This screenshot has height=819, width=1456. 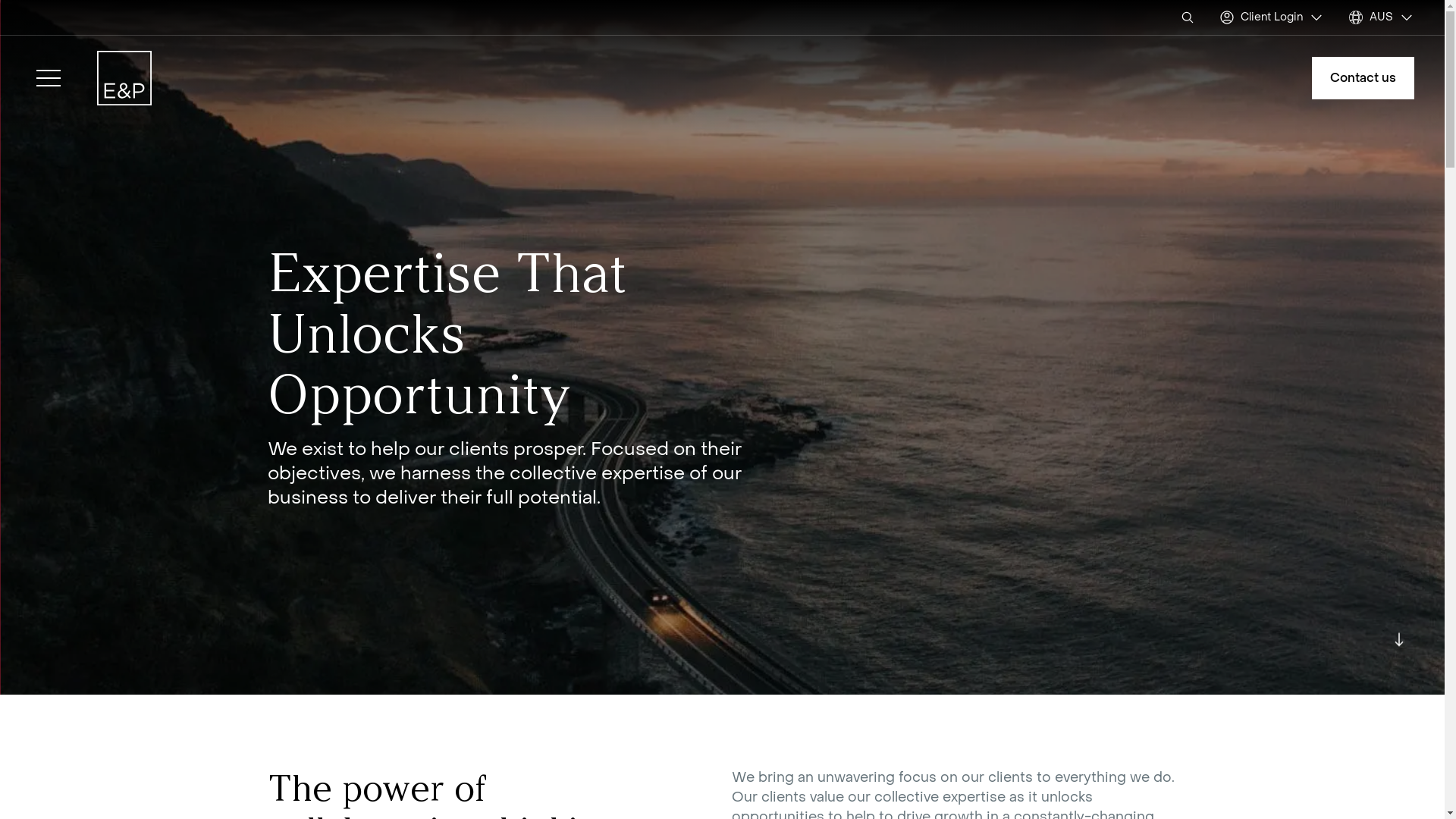 What do you see at coordinates (1310, 78) in the screenshot?
I see `'Contact us'` at bounding box center [1310, 78].